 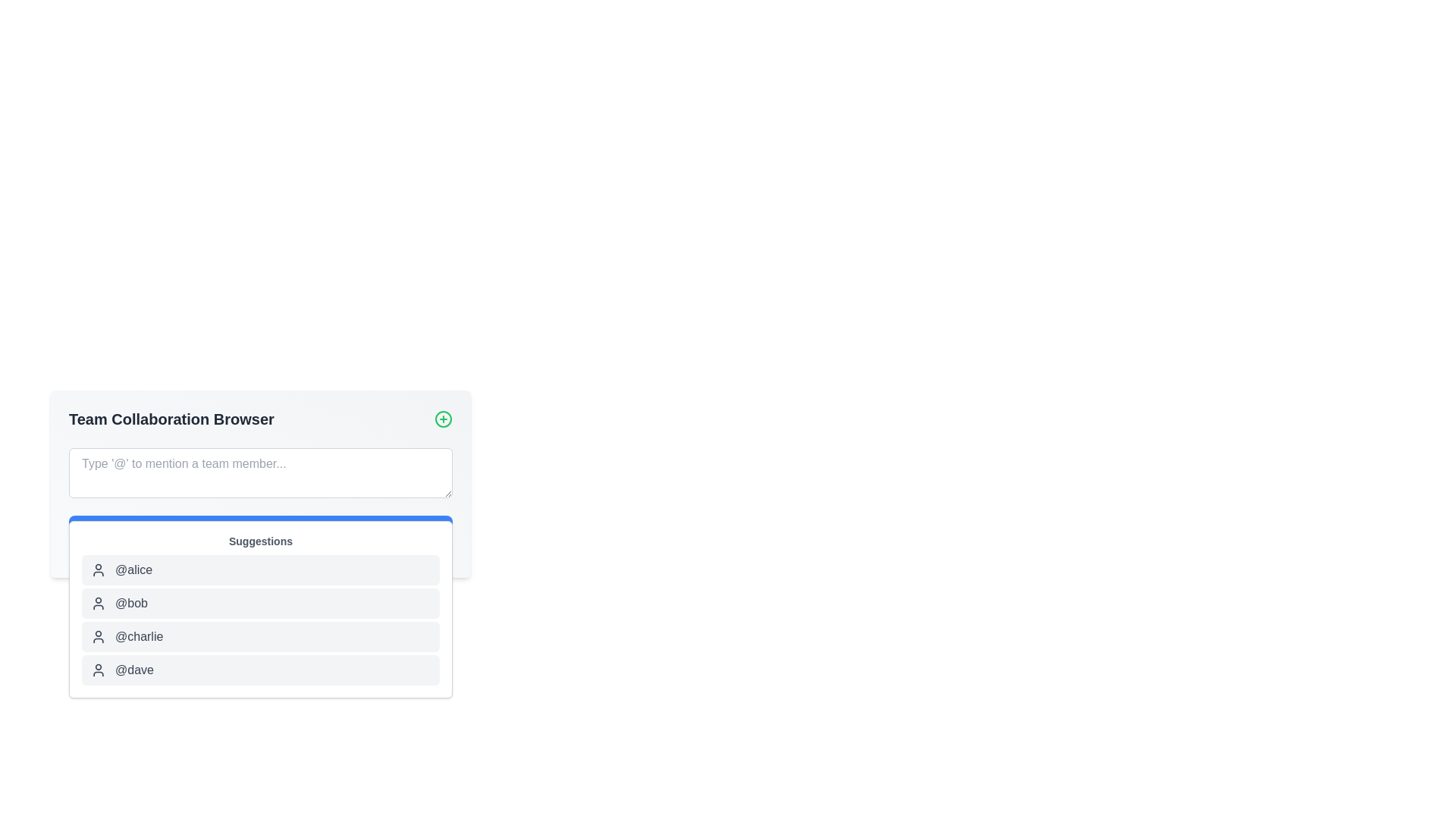 I want to click on the third list item option '@charlie' in the suggestion box, so click(x=261, y=637).